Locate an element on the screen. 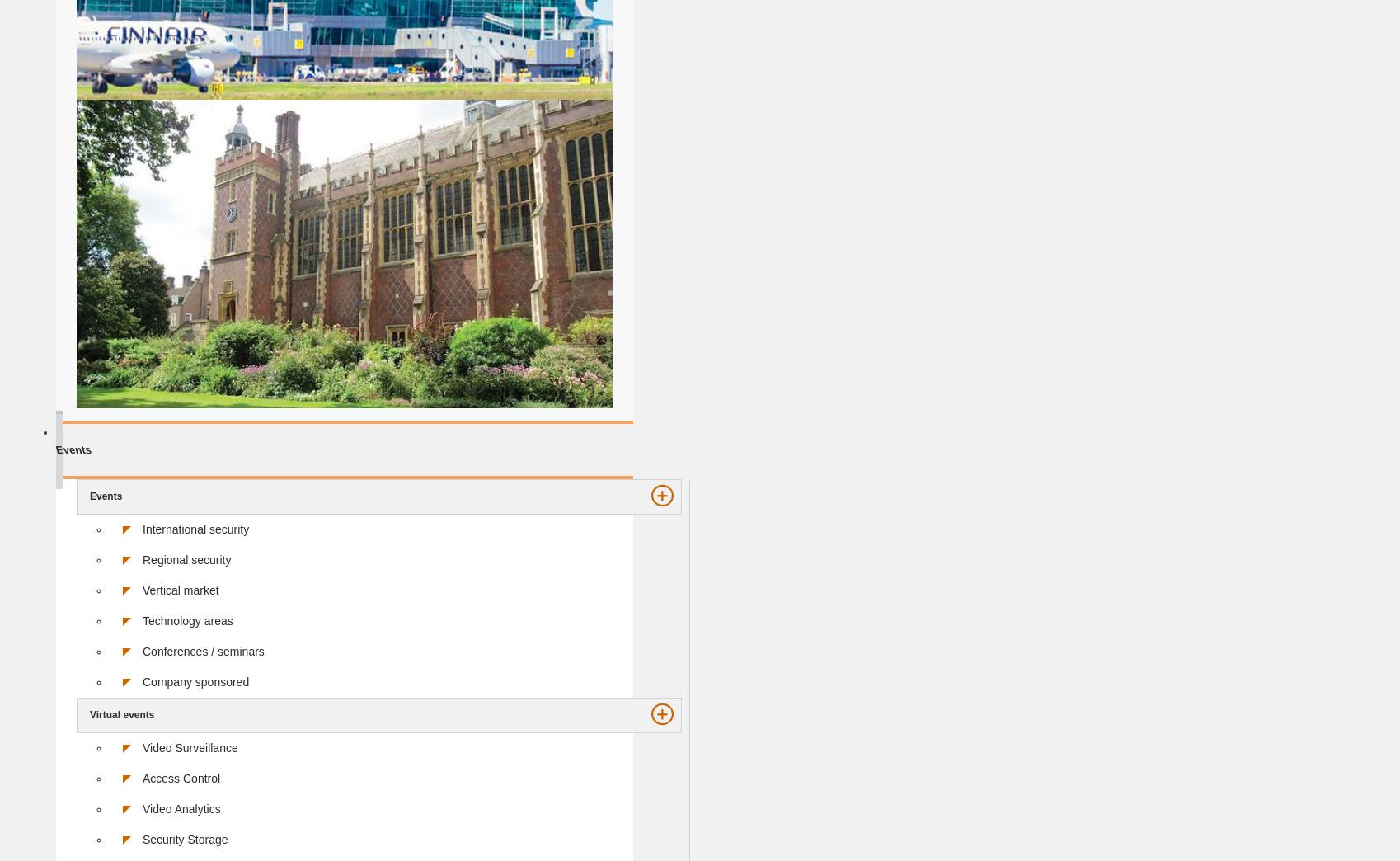  'Regional security' is located at coordinates (186, 558).